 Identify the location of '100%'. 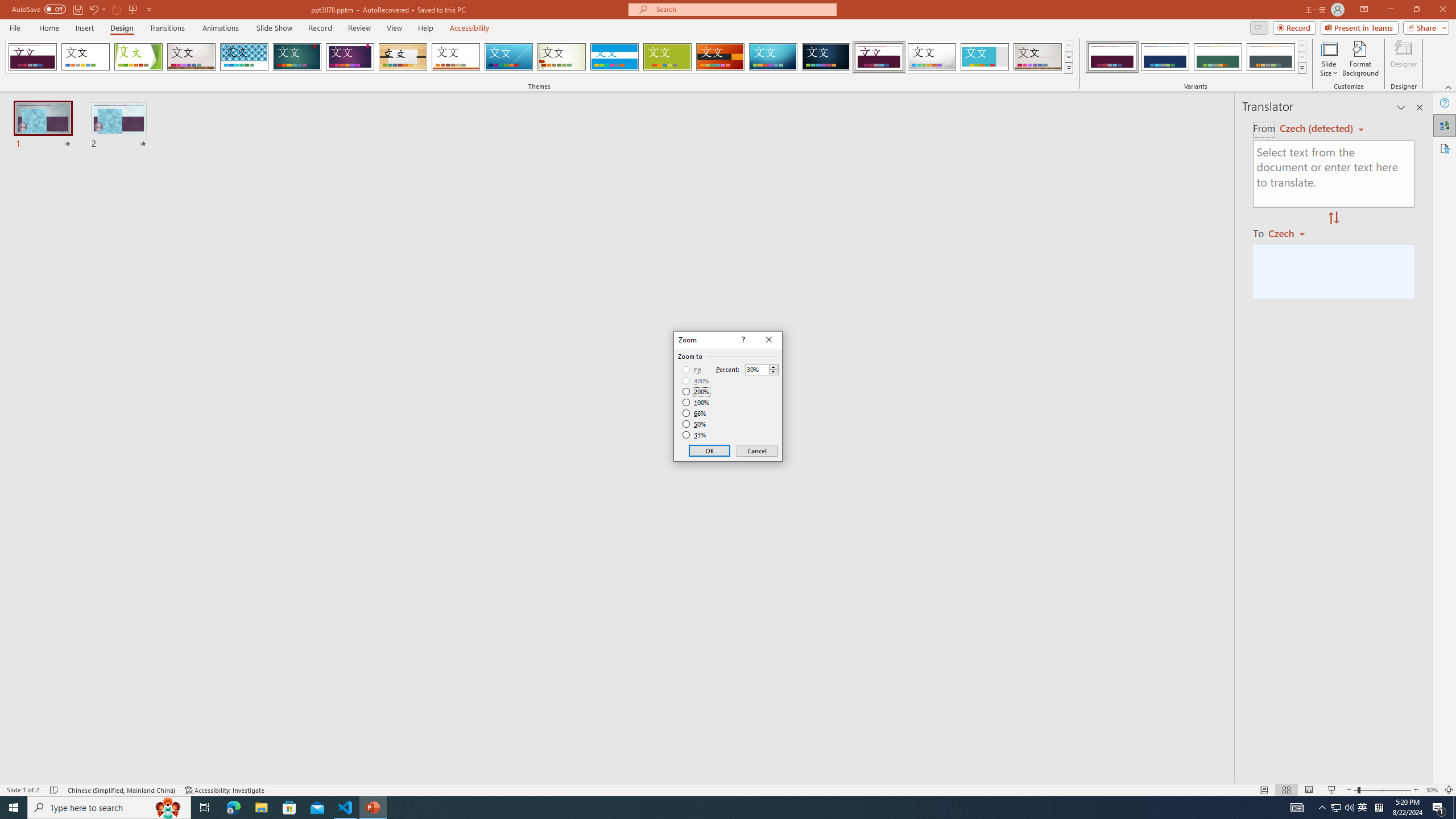
(696, 402).